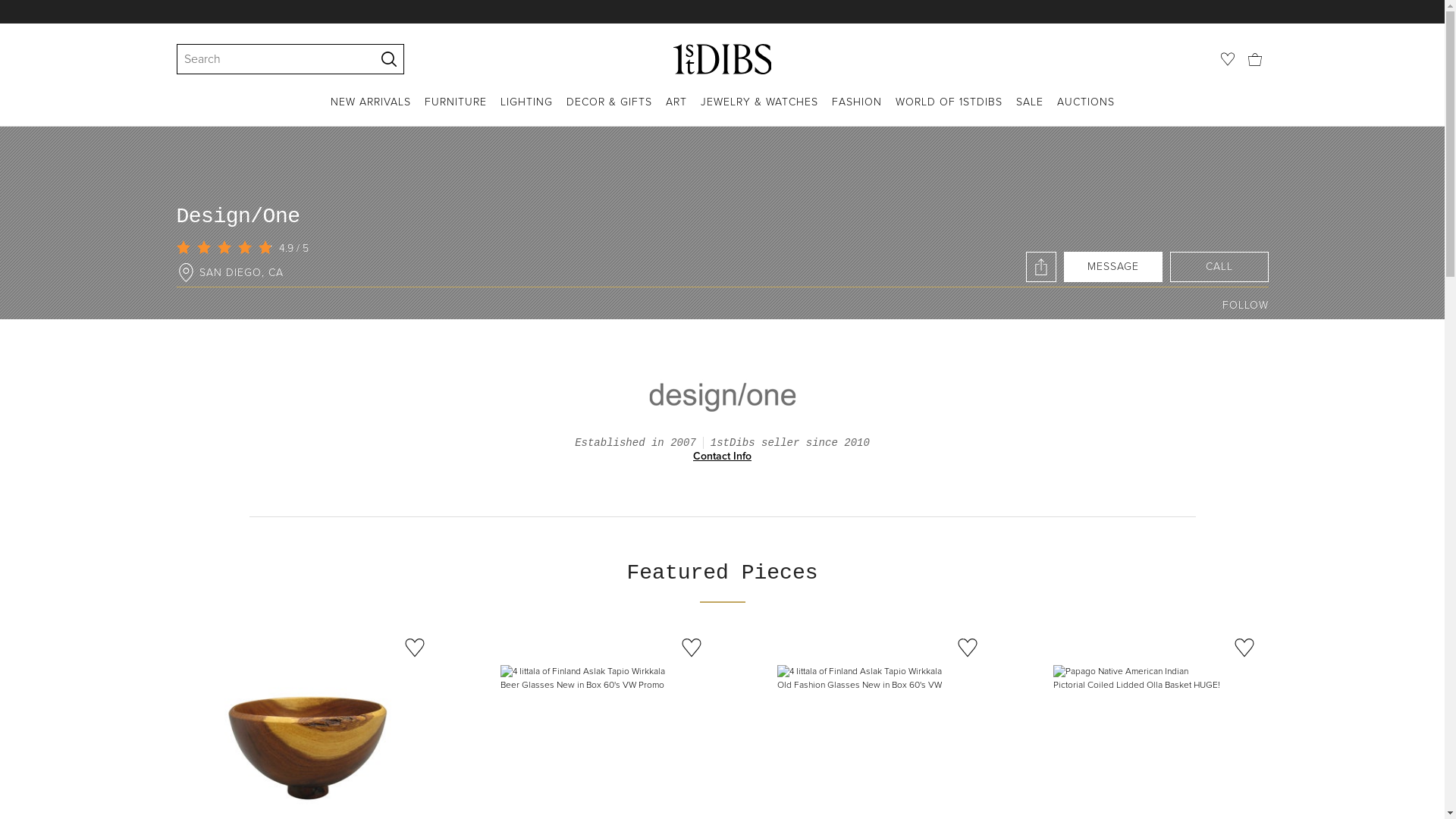 This screenshot has height=819, width=1456. What do you see at coordinates (526, 109) in the screenshot?
I see `'LIGHTING'` at bounding box center [526, 109].